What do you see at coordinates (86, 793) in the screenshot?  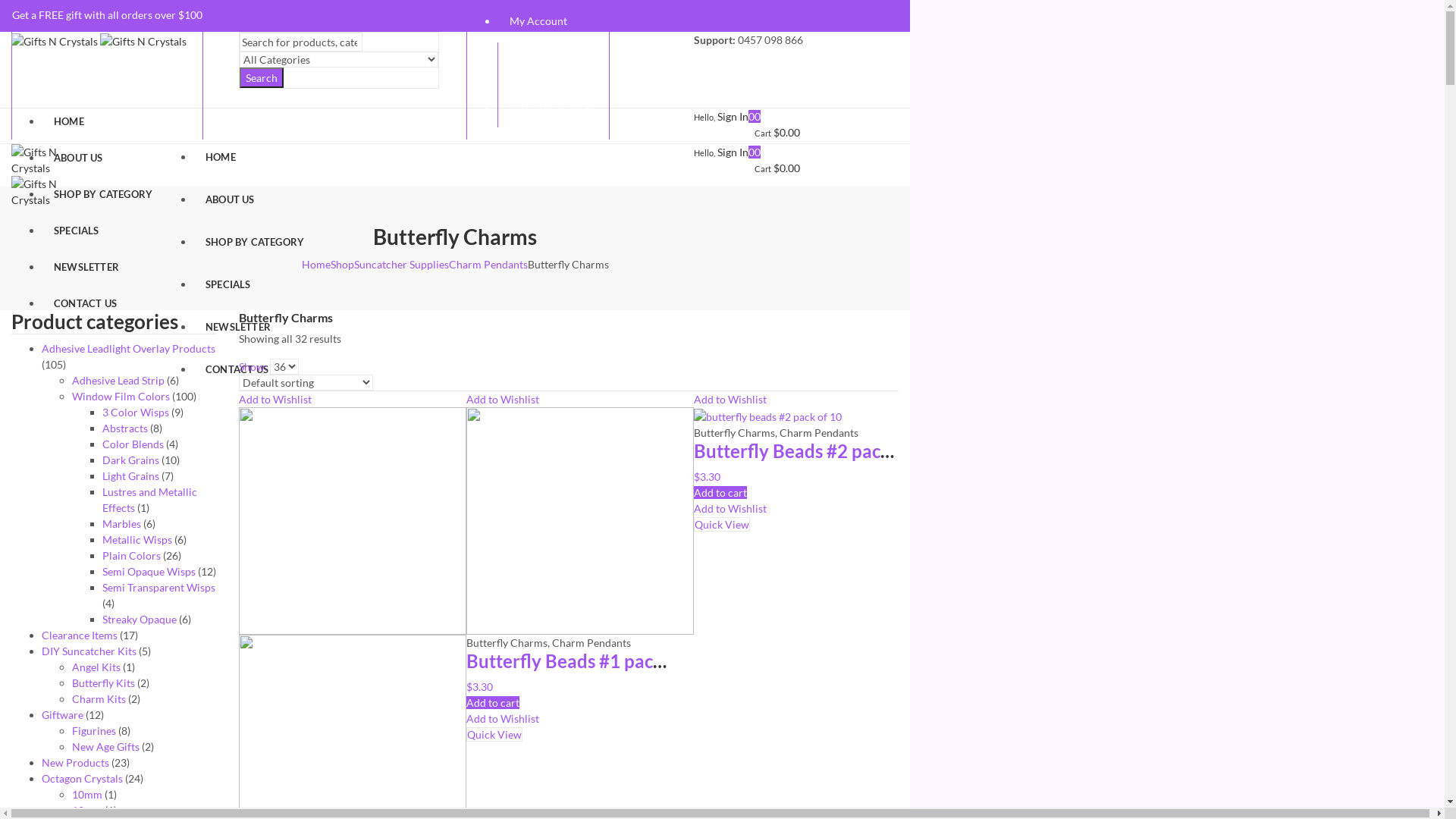 I see `'10mm'` at bounding box center [86, 793].